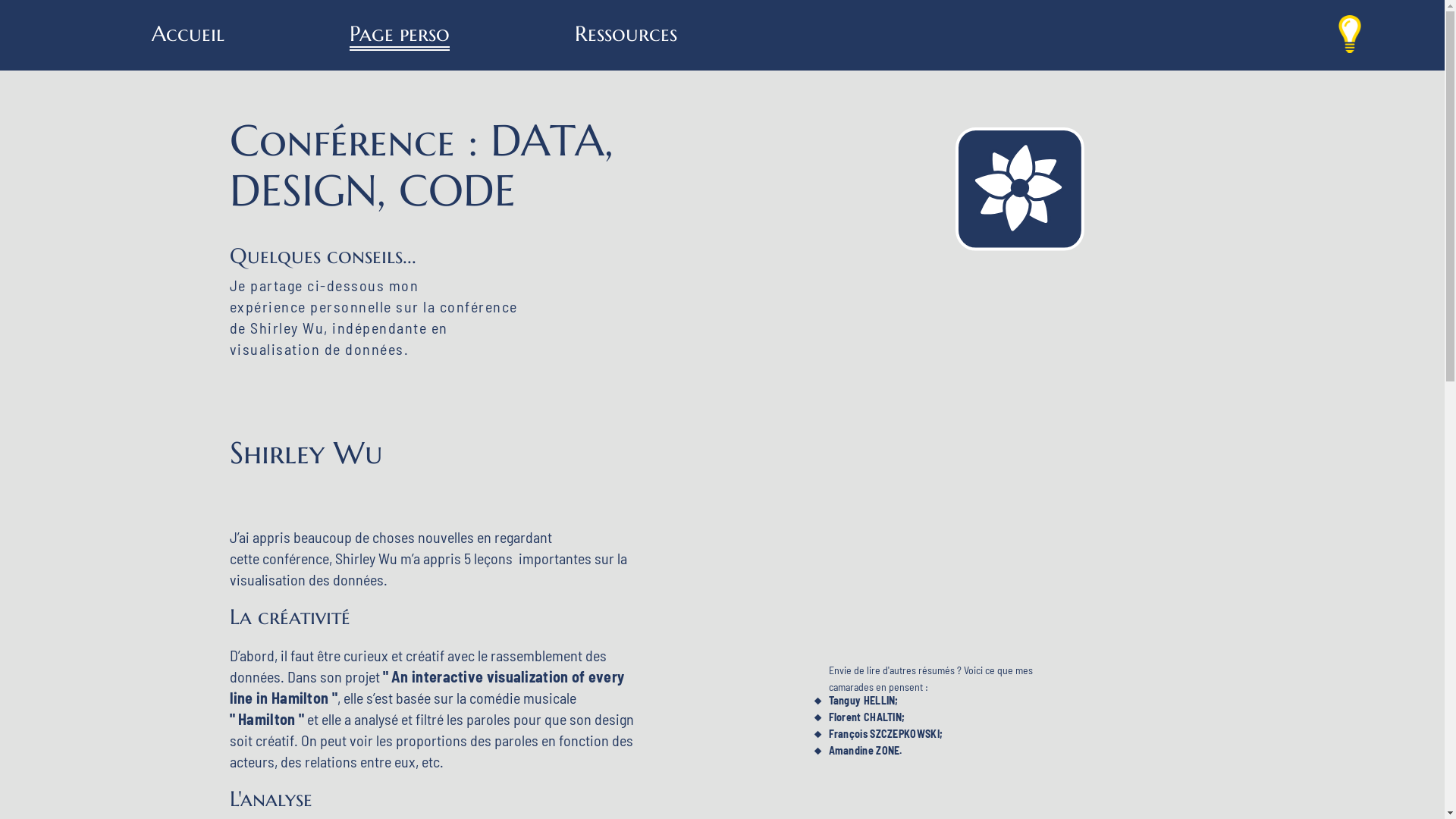 The image size is (1456, 819). I want to click on '" Hamilton "', so click(266, 718).